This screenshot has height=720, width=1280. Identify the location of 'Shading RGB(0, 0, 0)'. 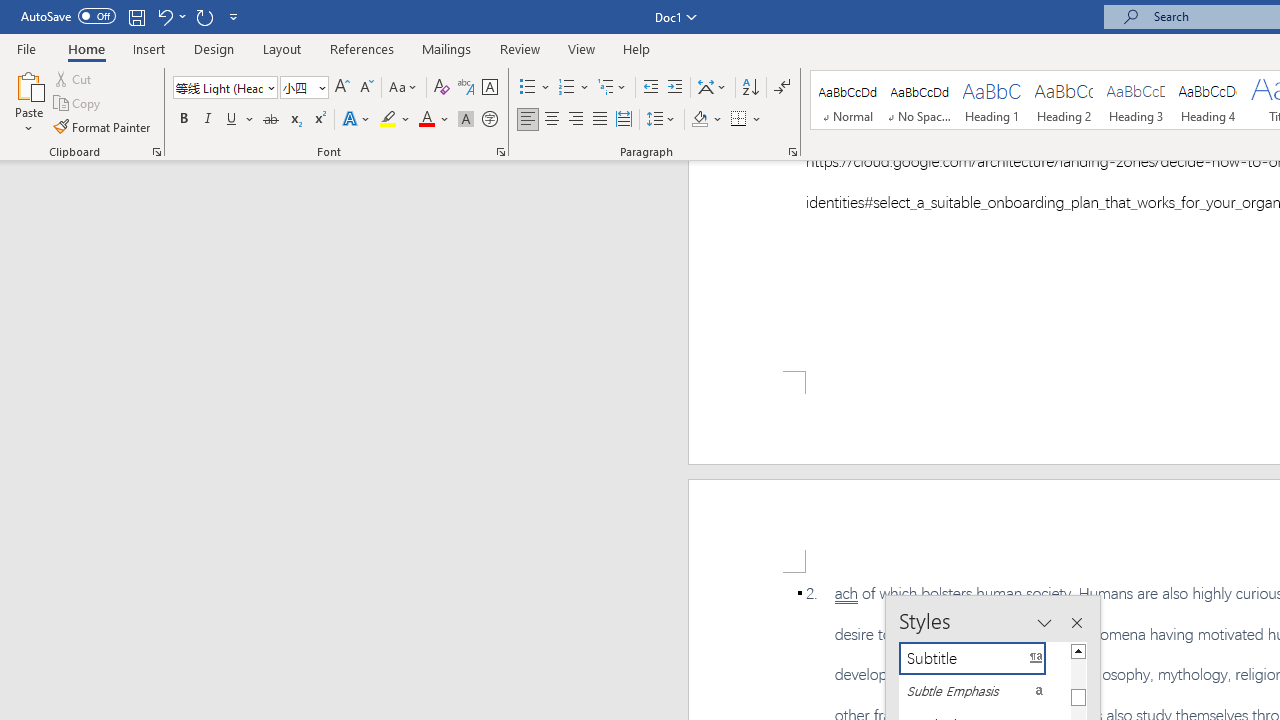
(699, 119).